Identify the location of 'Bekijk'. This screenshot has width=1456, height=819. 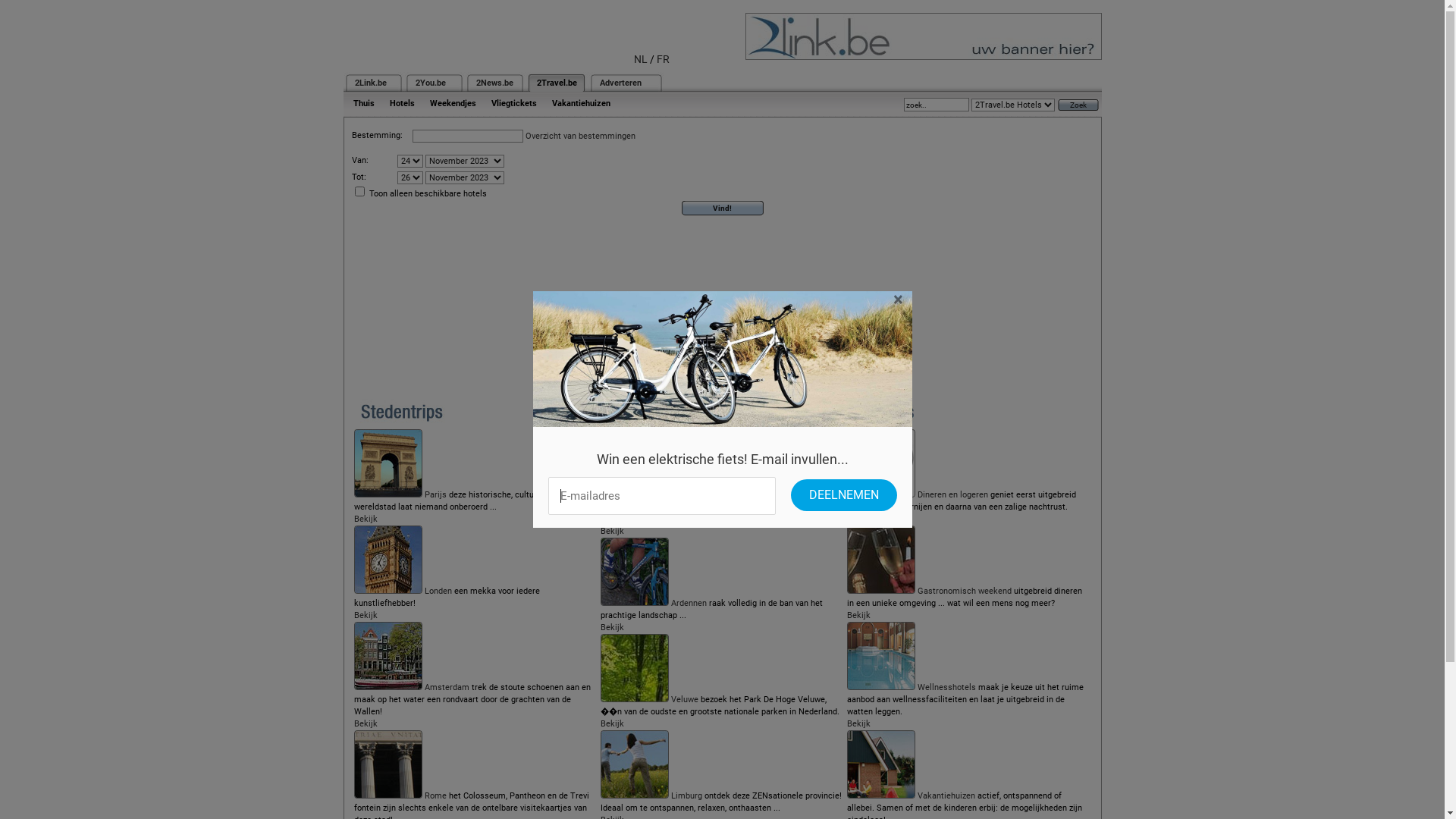
(365, 518).